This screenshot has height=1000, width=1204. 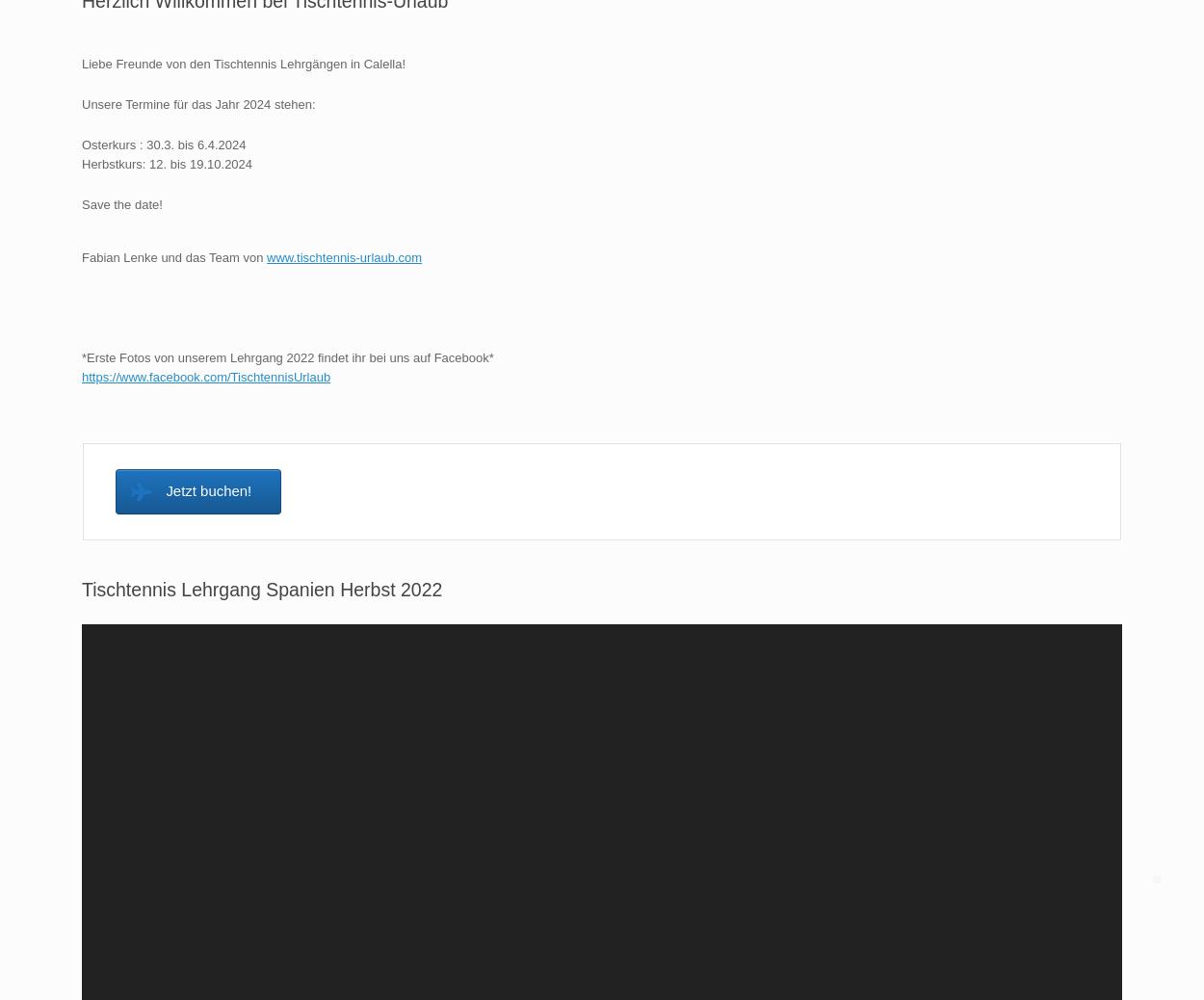 I want to click on '*Erste Fotos von unserem Lehrgang 2022 findet ihr bei uns auf Facebook*', so click(x=287, y=356).